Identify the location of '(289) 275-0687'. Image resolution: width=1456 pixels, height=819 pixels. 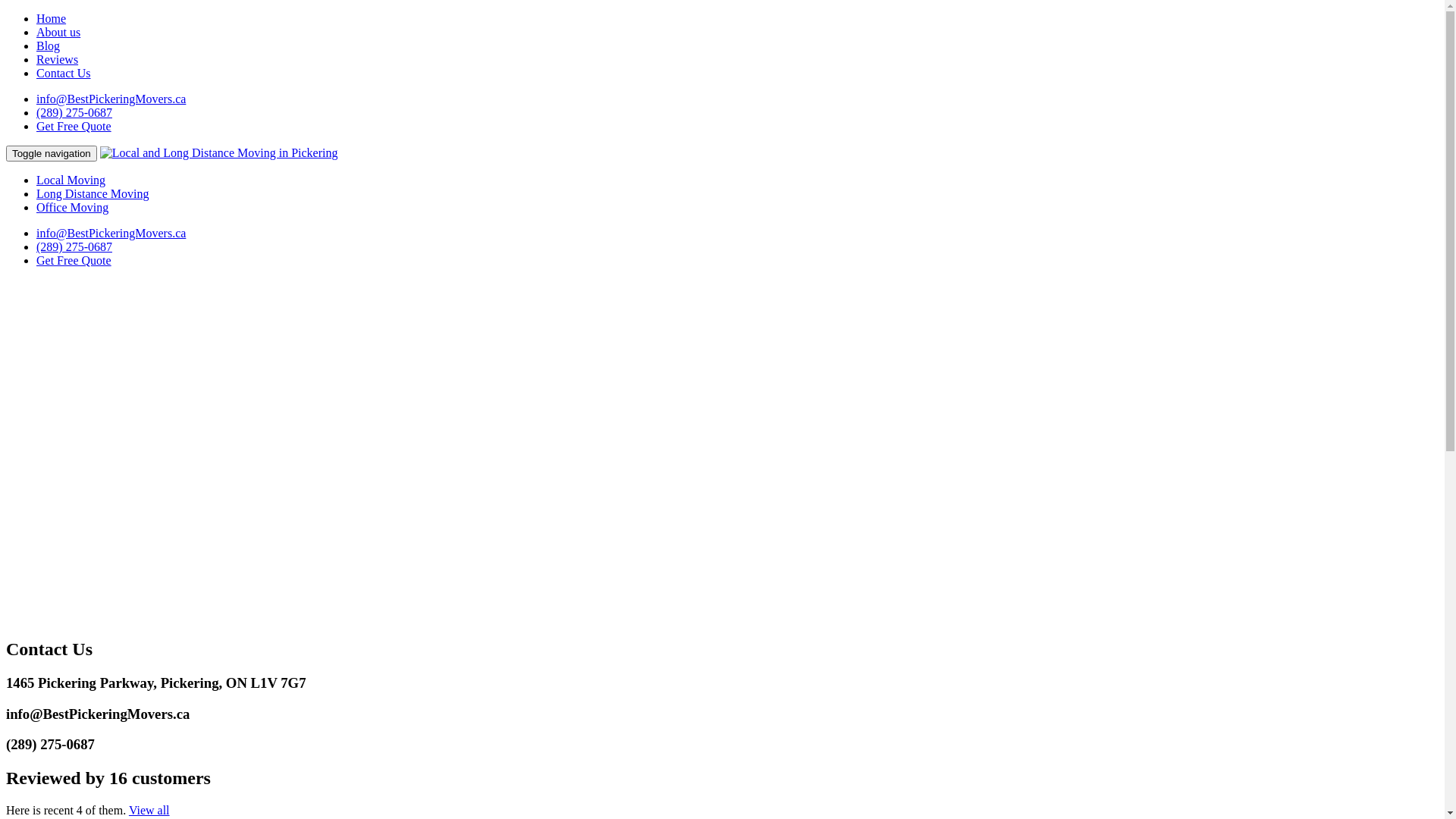
(73, 111).